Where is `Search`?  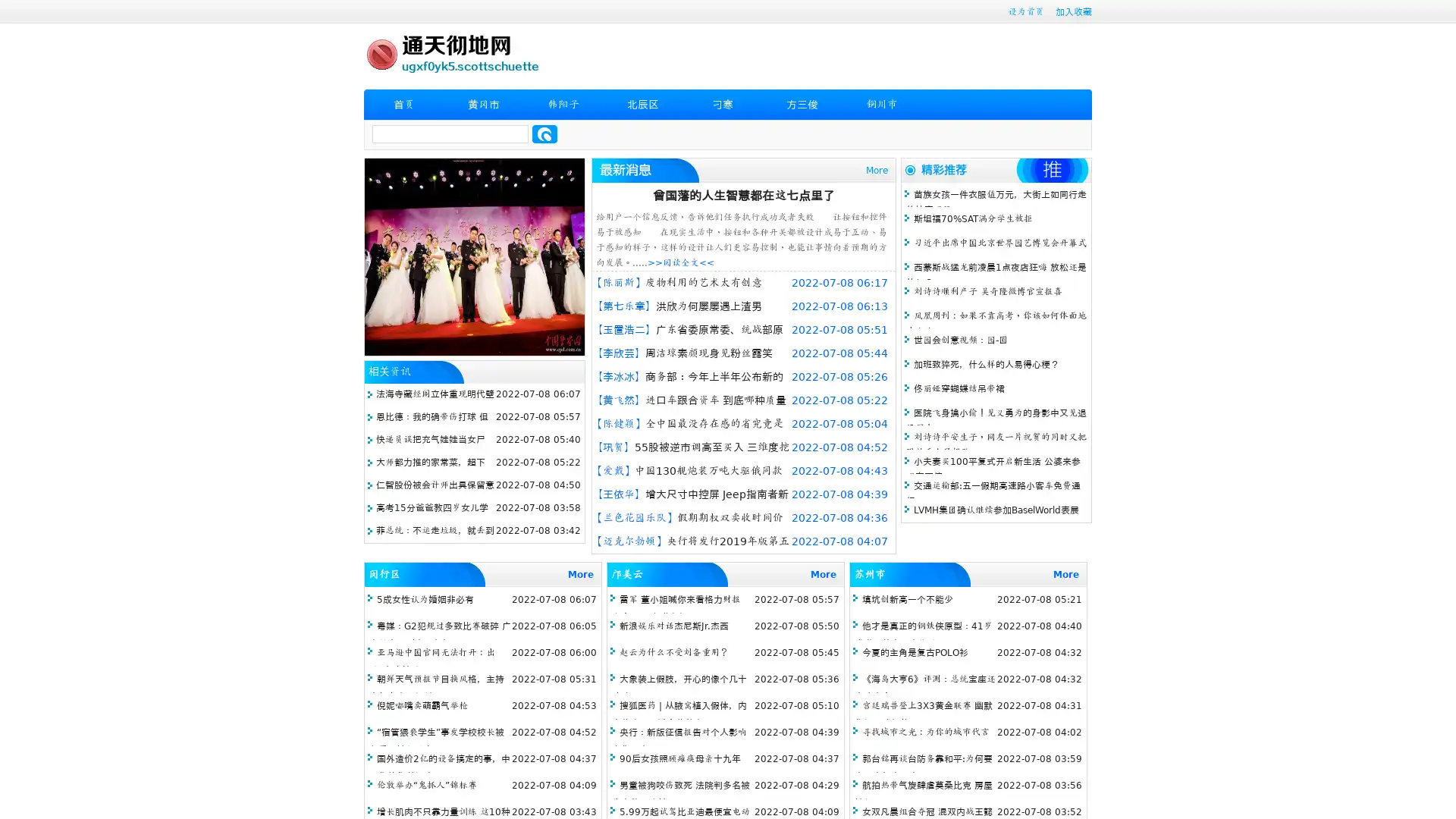
Search is located at coordinates (544, 133).